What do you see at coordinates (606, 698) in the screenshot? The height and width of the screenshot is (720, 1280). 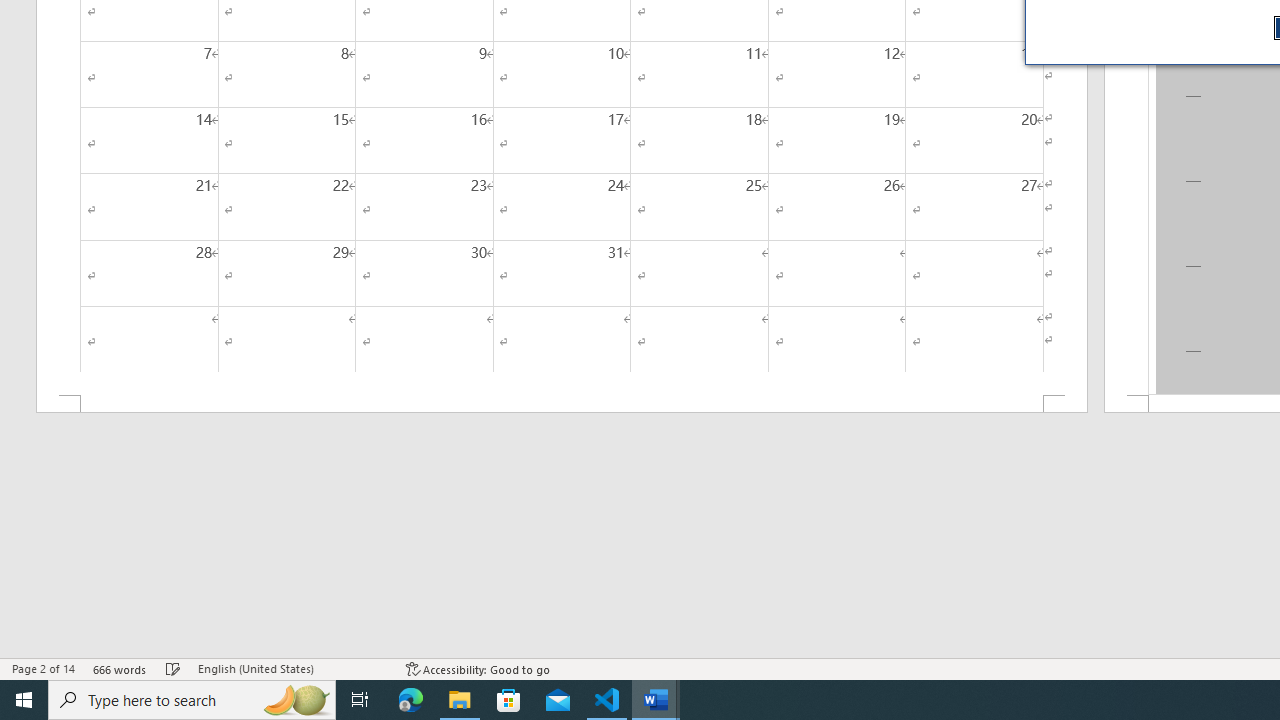 I see `'Visual Studio Code - 1 running window'` at bounding box center [606, 698].